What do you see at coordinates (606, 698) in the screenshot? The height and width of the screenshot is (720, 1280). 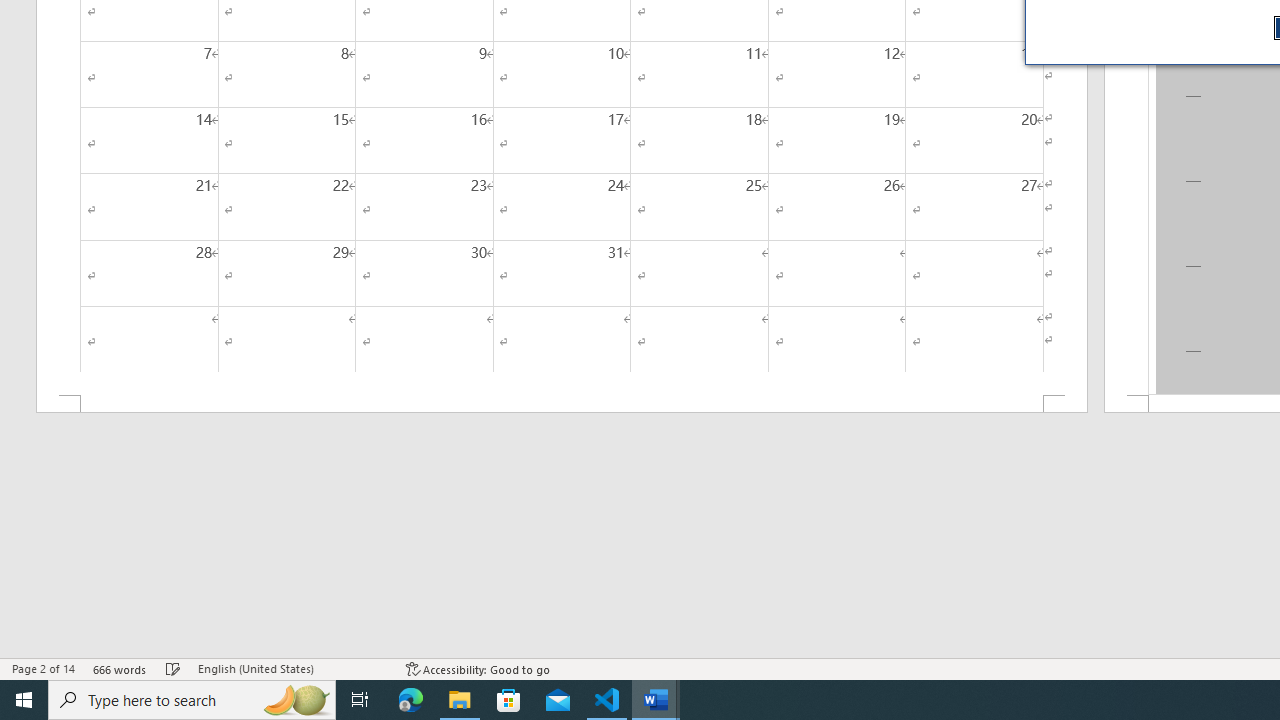 I see `'Visual Studio Code - 1 running window'` at bounding box center [606, 698].